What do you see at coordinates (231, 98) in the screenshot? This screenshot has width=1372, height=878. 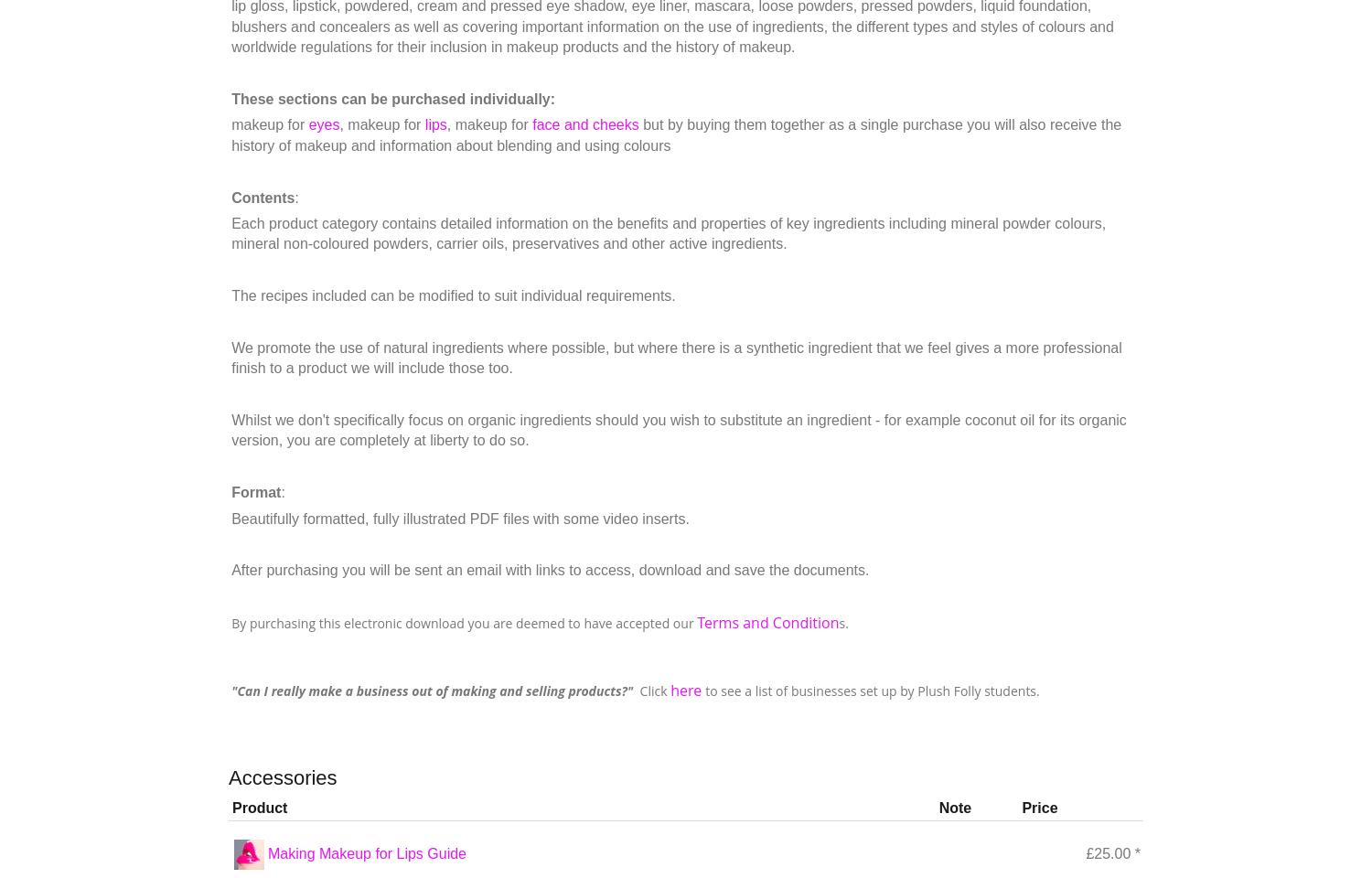 I see `'These sections can be purchased individually:'` at bounding box center [231, 98].